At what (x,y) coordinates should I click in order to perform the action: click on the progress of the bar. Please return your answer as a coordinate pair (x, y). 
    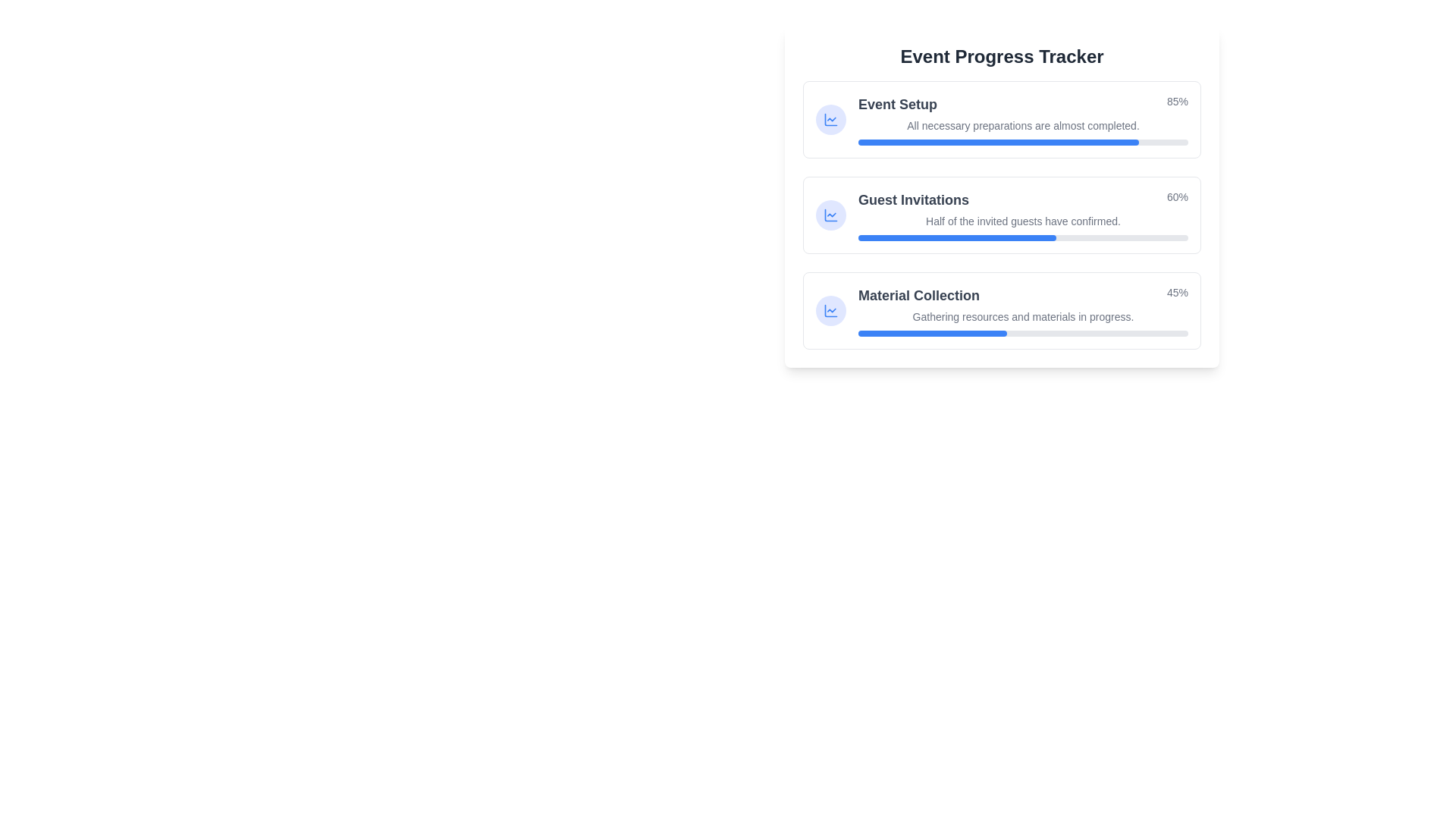
    Looking at the image, I should click on (1088, 143).